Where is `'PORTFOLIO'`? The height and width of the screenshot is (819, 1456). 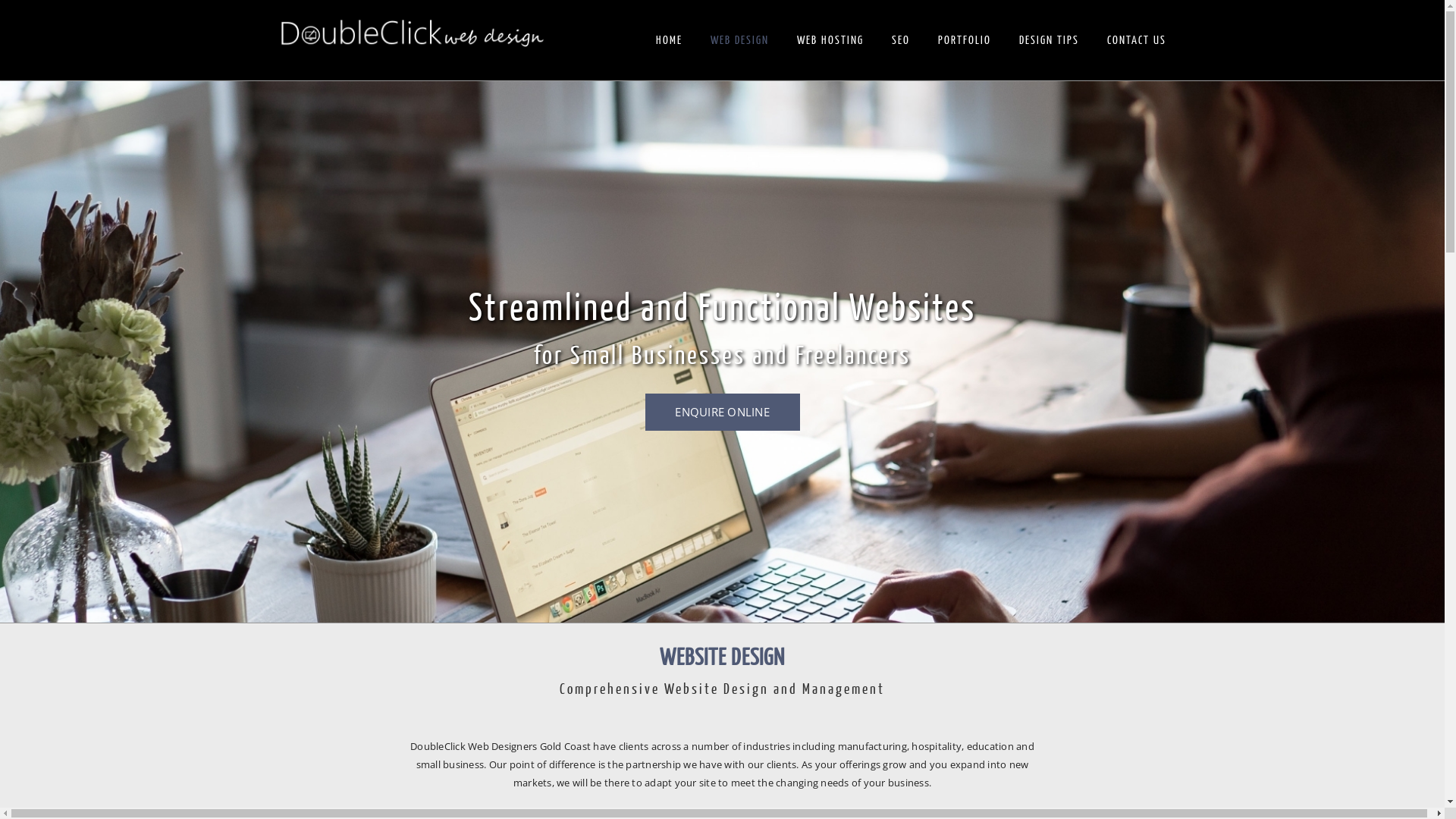 'PORTFOLIO' is located at coordinates (963, 40).